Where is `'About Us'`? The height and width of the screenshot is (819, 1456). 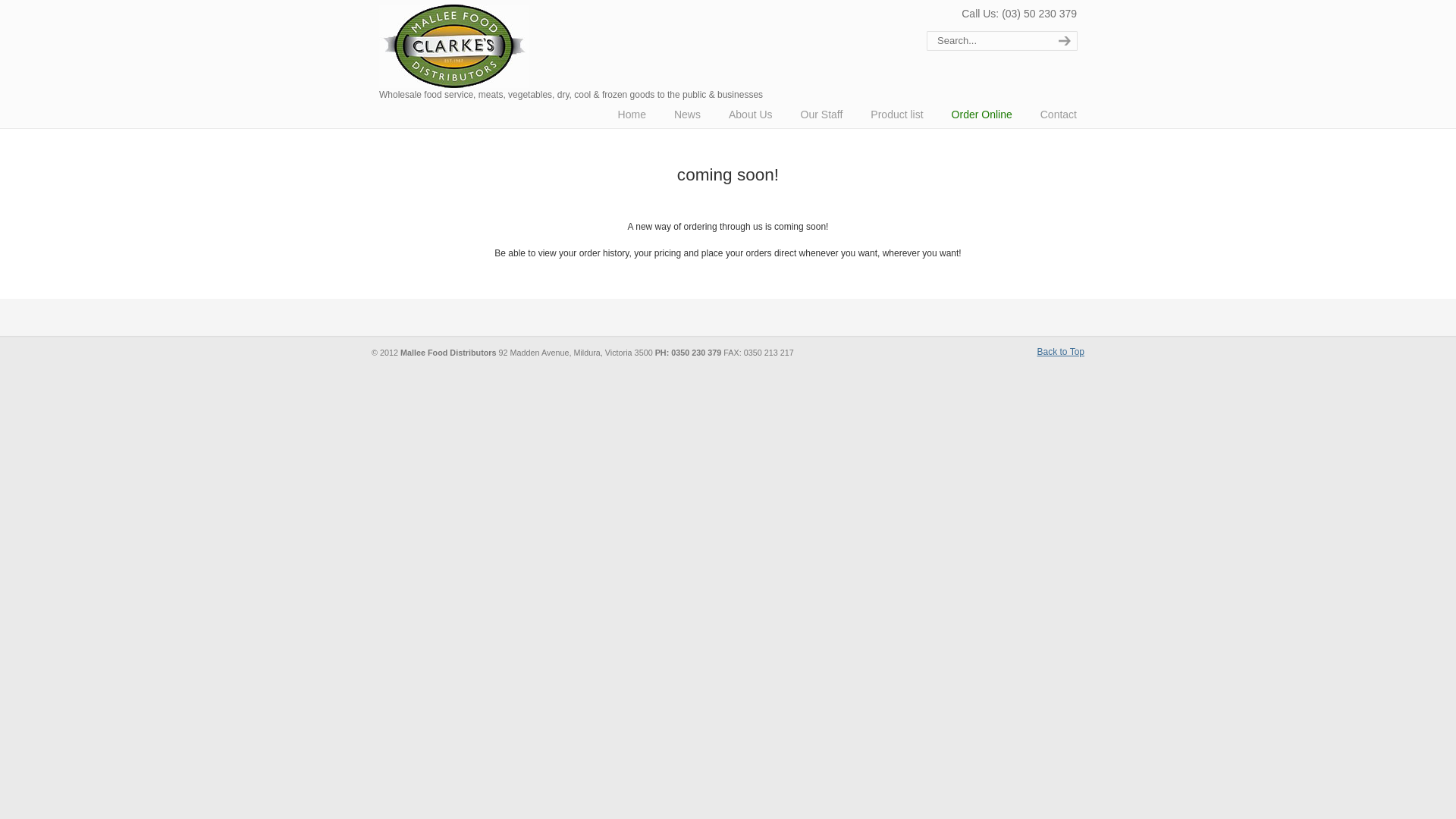
'About Us' is located at coordinates (712, 113).